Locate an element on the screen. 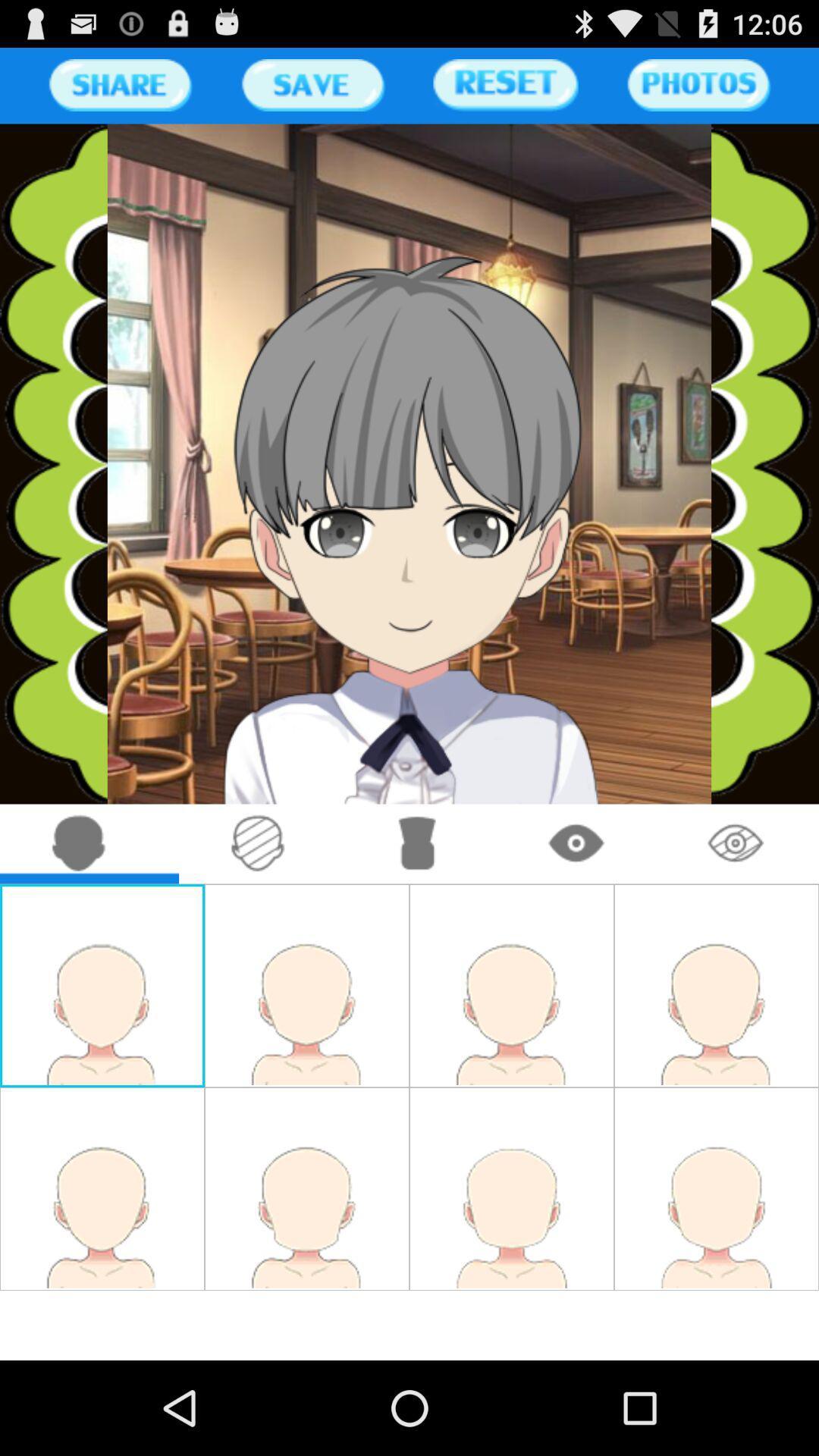 The image size is (819, 1456). photo album is located at coordinates (698, 84).